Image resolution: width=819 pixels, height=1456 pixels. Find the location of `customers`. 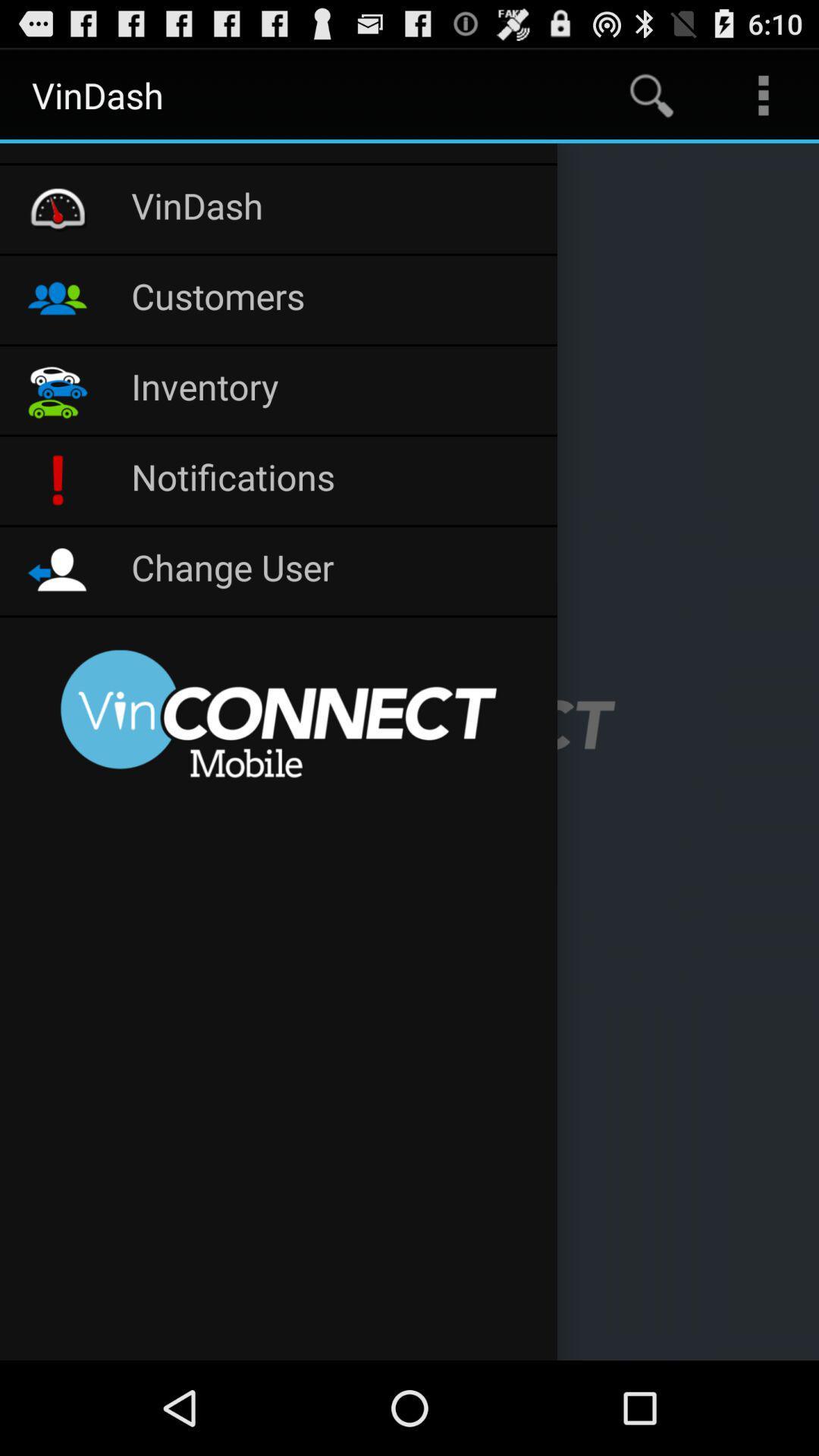

customers is located at coordinates (335, 300).